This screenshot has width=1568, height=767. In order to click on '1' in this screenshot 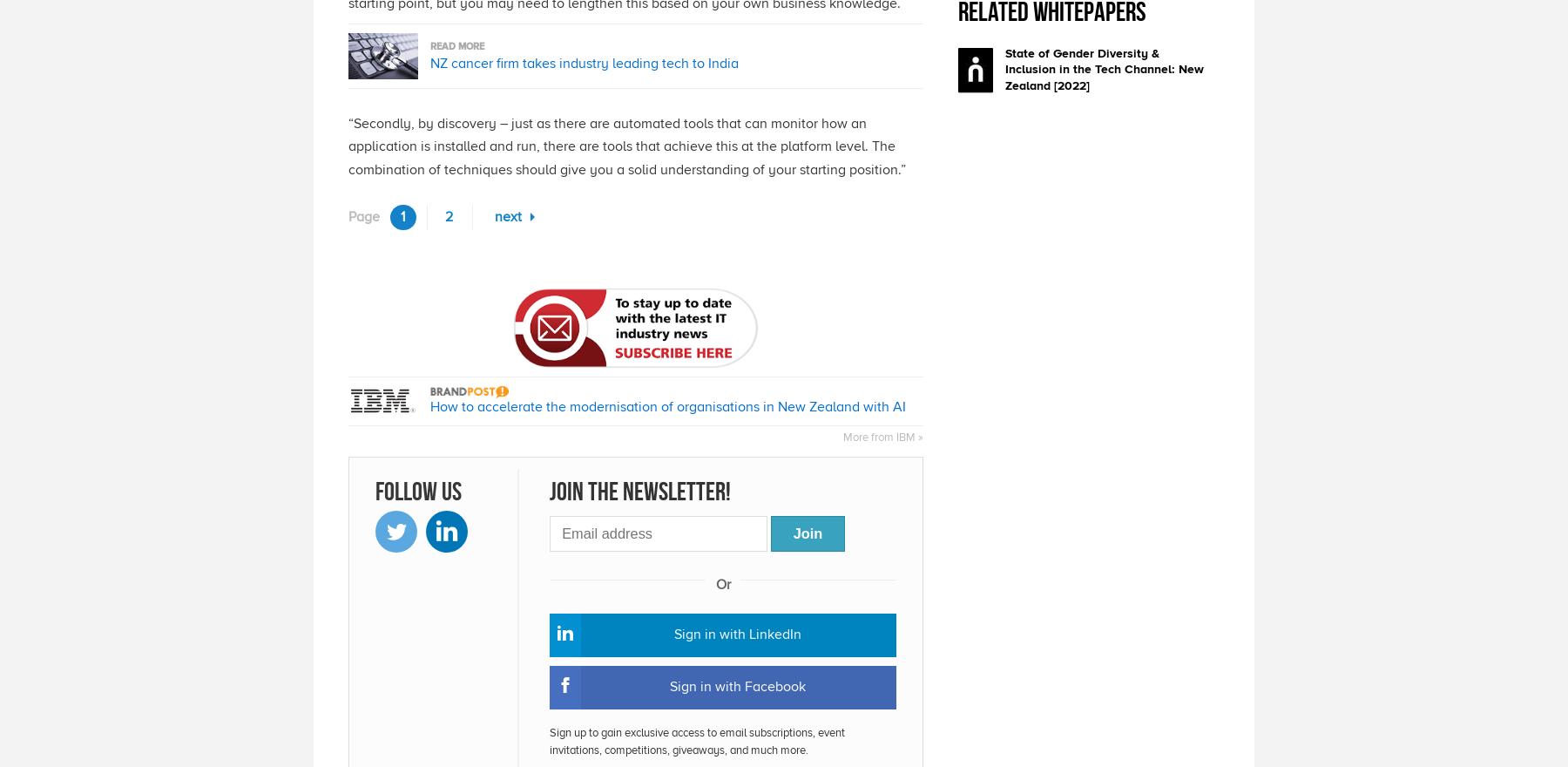, I will do `click(402, 214)`.